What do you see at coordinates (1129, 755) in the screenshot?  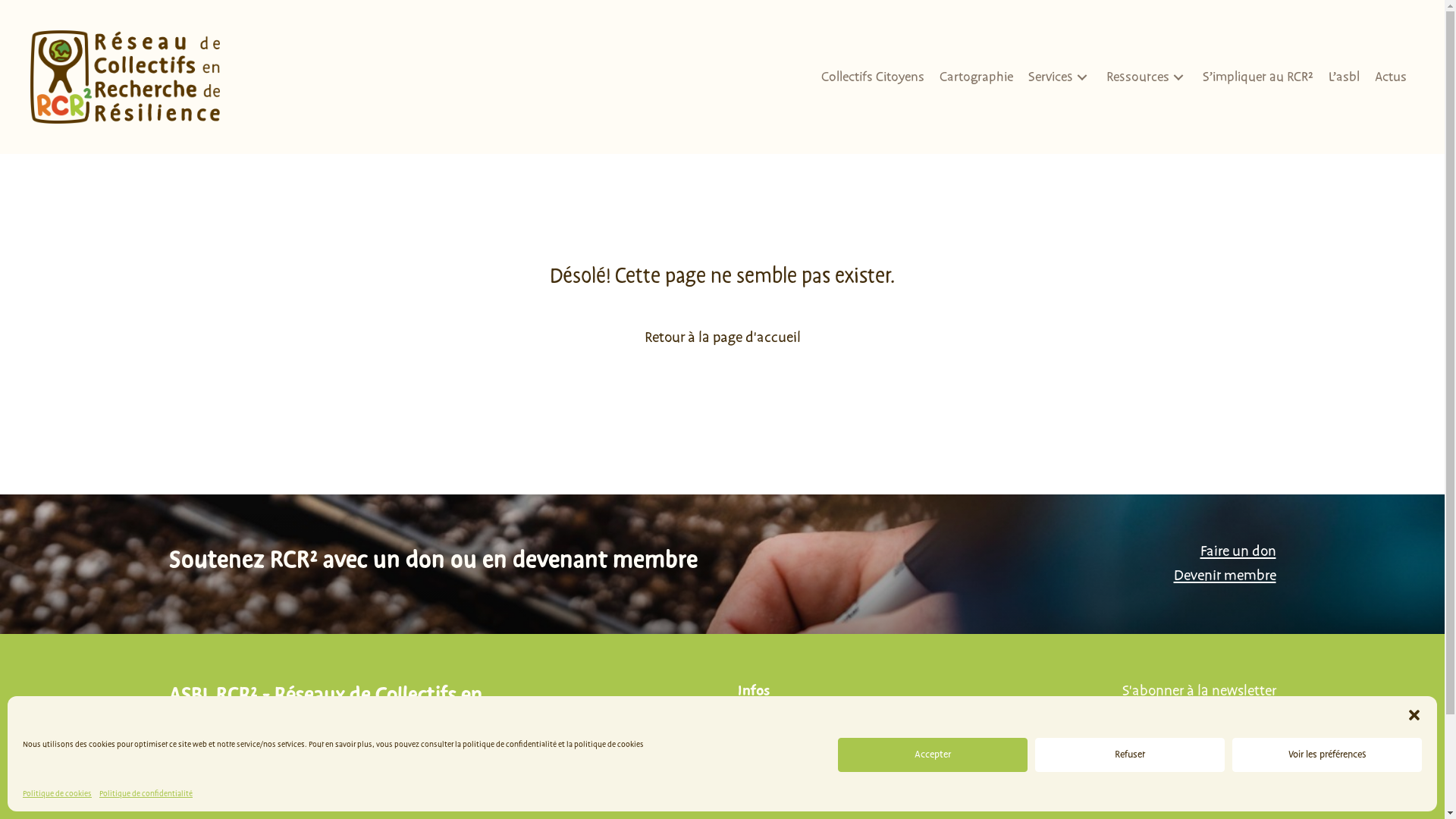 I see `'Refuser'` at bounding box center [1129, 755].